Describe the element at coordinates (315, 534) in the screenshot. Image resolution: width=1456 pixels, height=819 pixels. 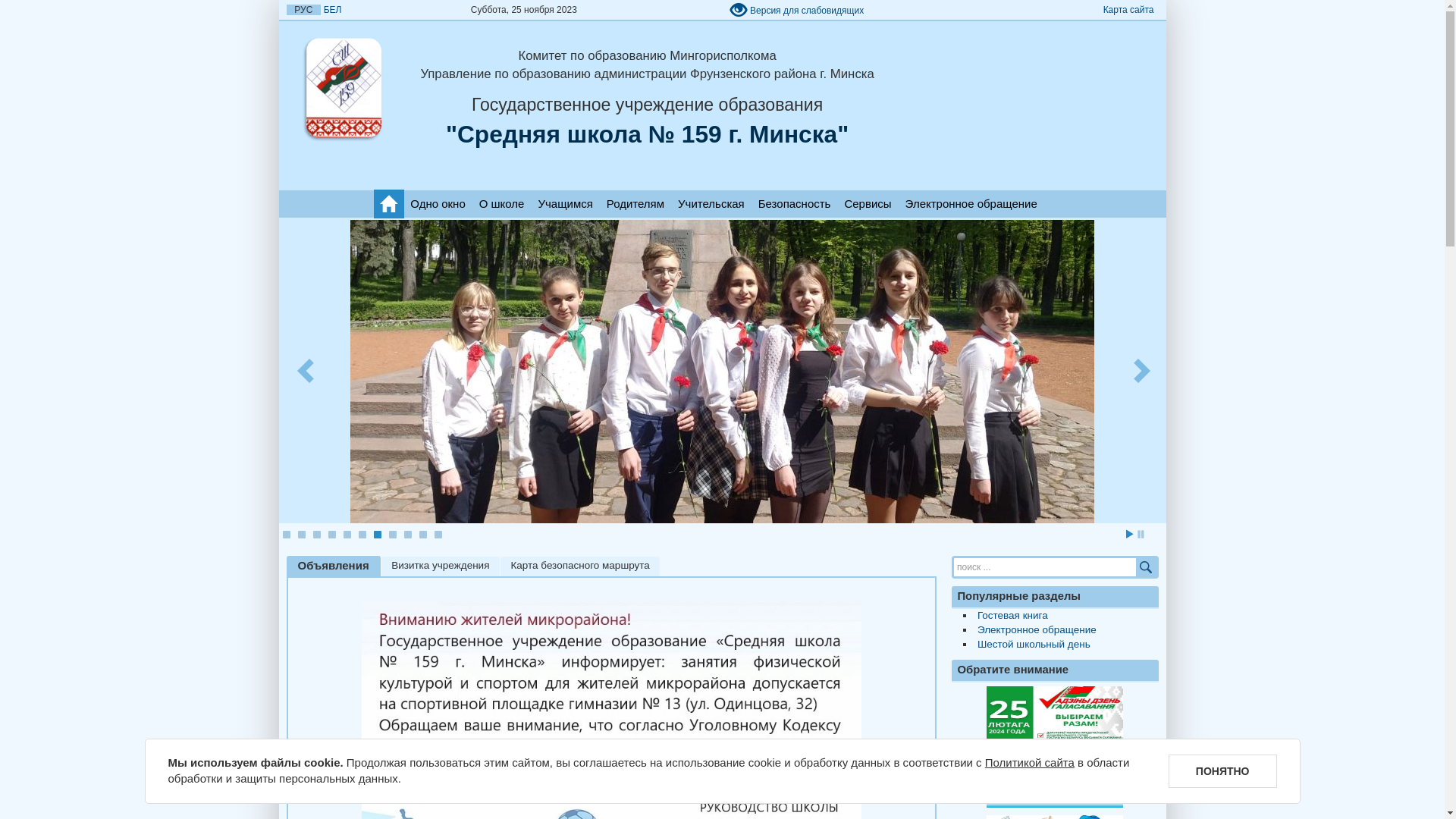
I see `'3'` at that location.